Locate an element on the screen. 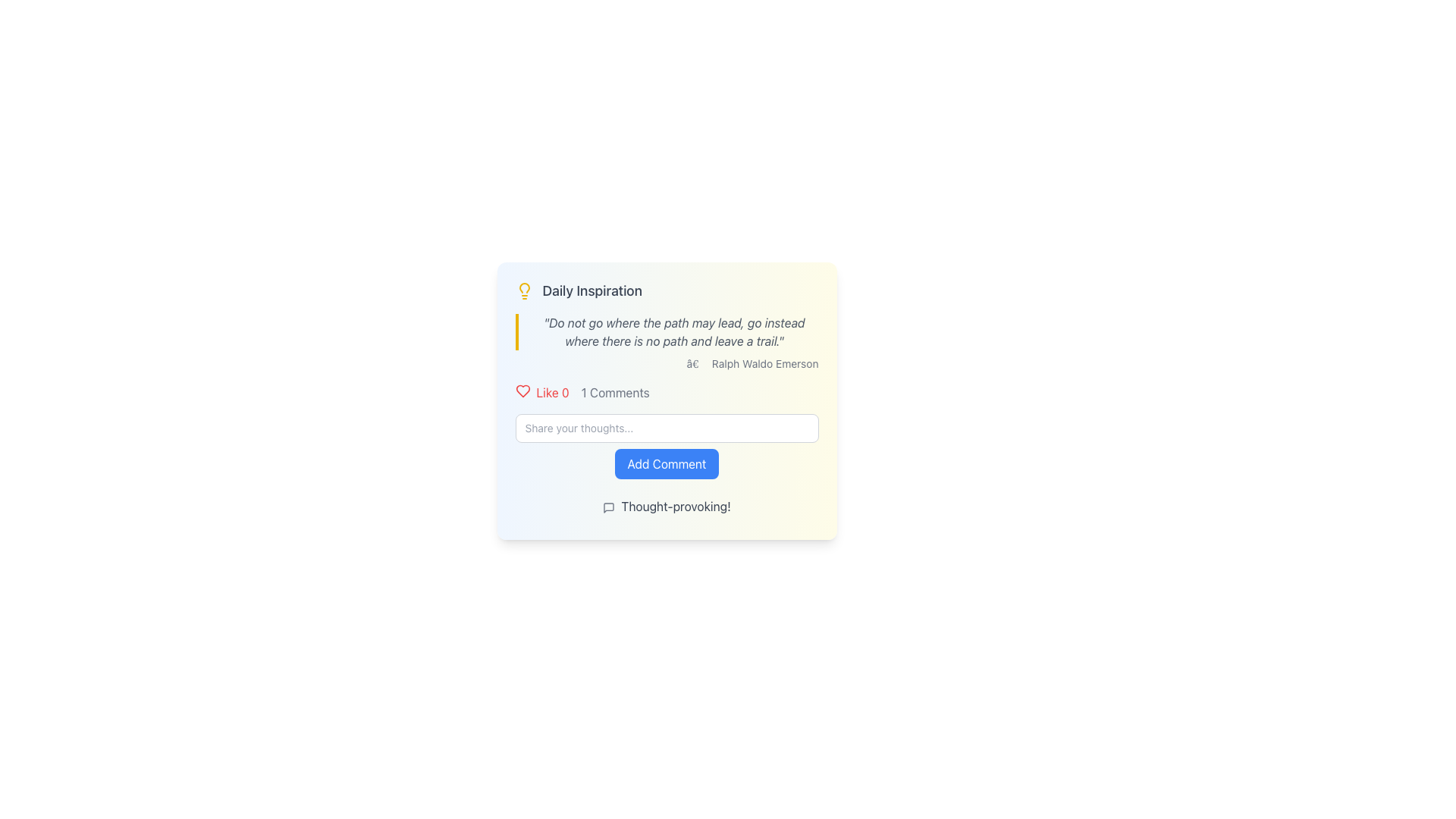 The width and height of the screenshot is (1456, 819). the submit button located below the 'Share your thoughts...' input field in the 'Daily Inspiration' card is located at coordinates (667, 463).